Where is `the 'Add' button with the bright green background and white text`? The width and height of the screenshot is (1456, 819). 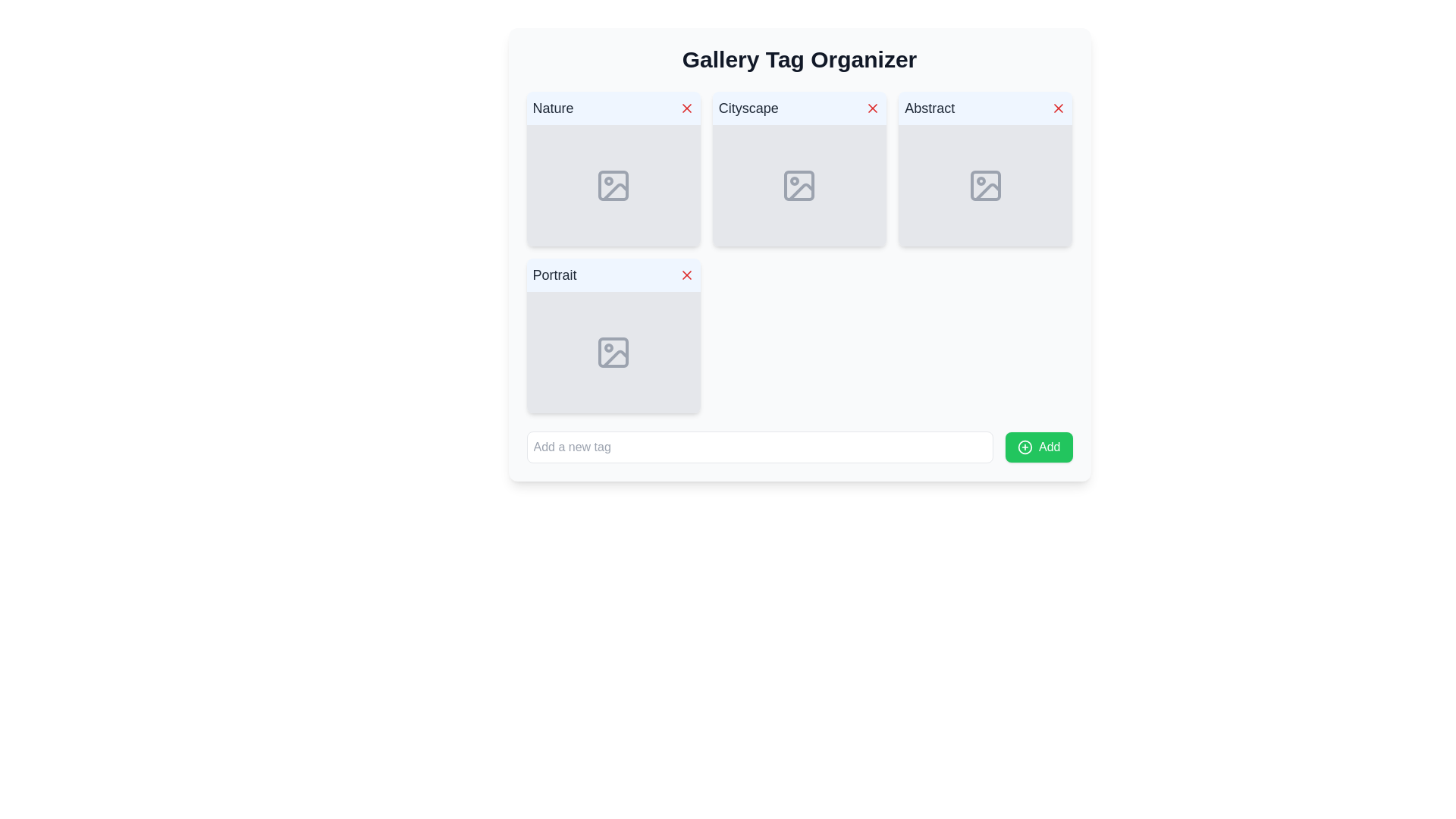
the 'Add' button with the bright green background and white text is located at coordinates (1038, 447).